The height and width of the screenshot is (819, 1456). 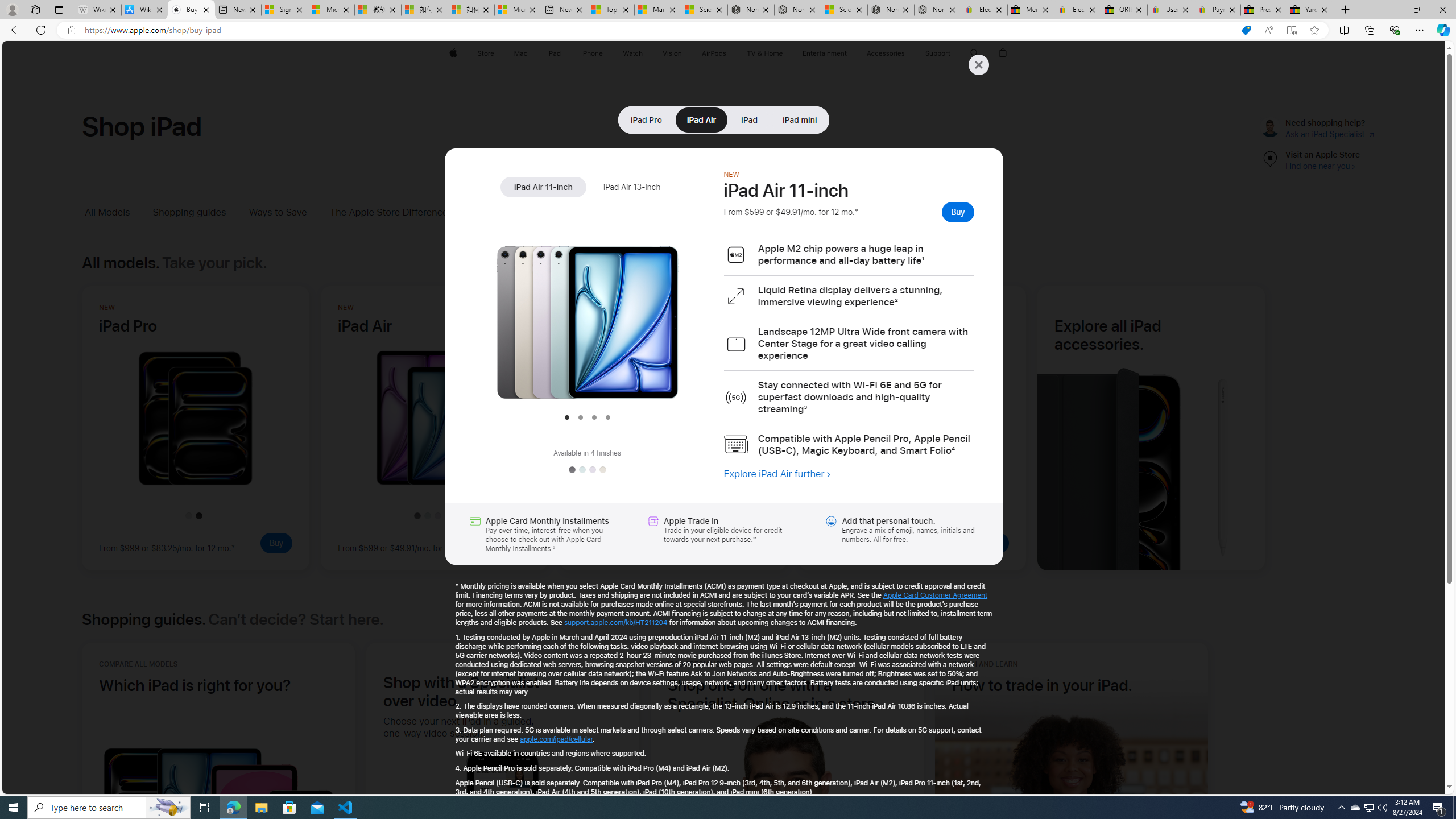 I want to click on 'iPad', so click(x=748, y=119).